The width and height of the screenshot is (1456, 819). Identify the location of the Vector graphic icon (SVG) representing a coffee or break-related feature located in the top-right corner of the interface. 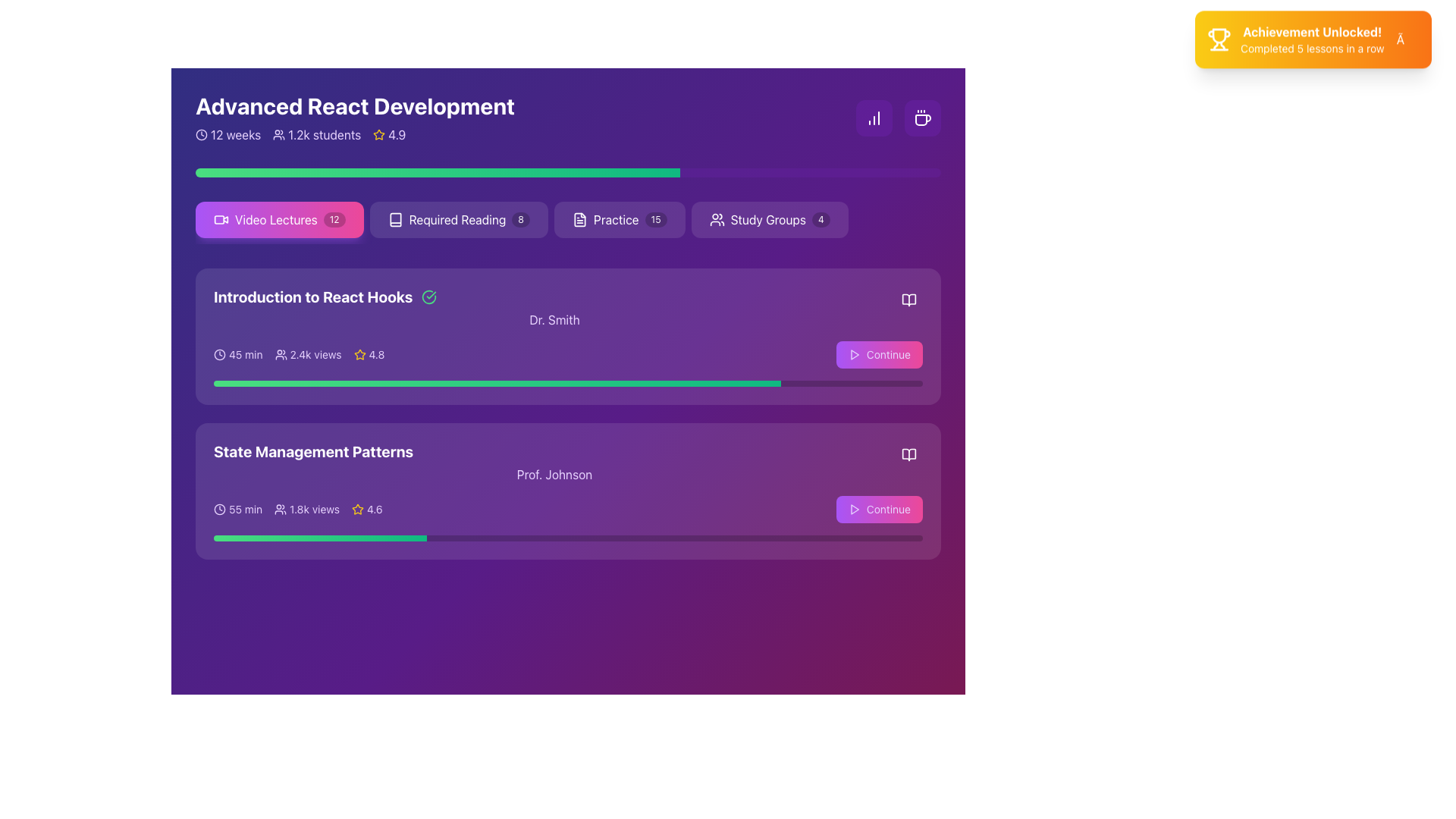
(922, 119).